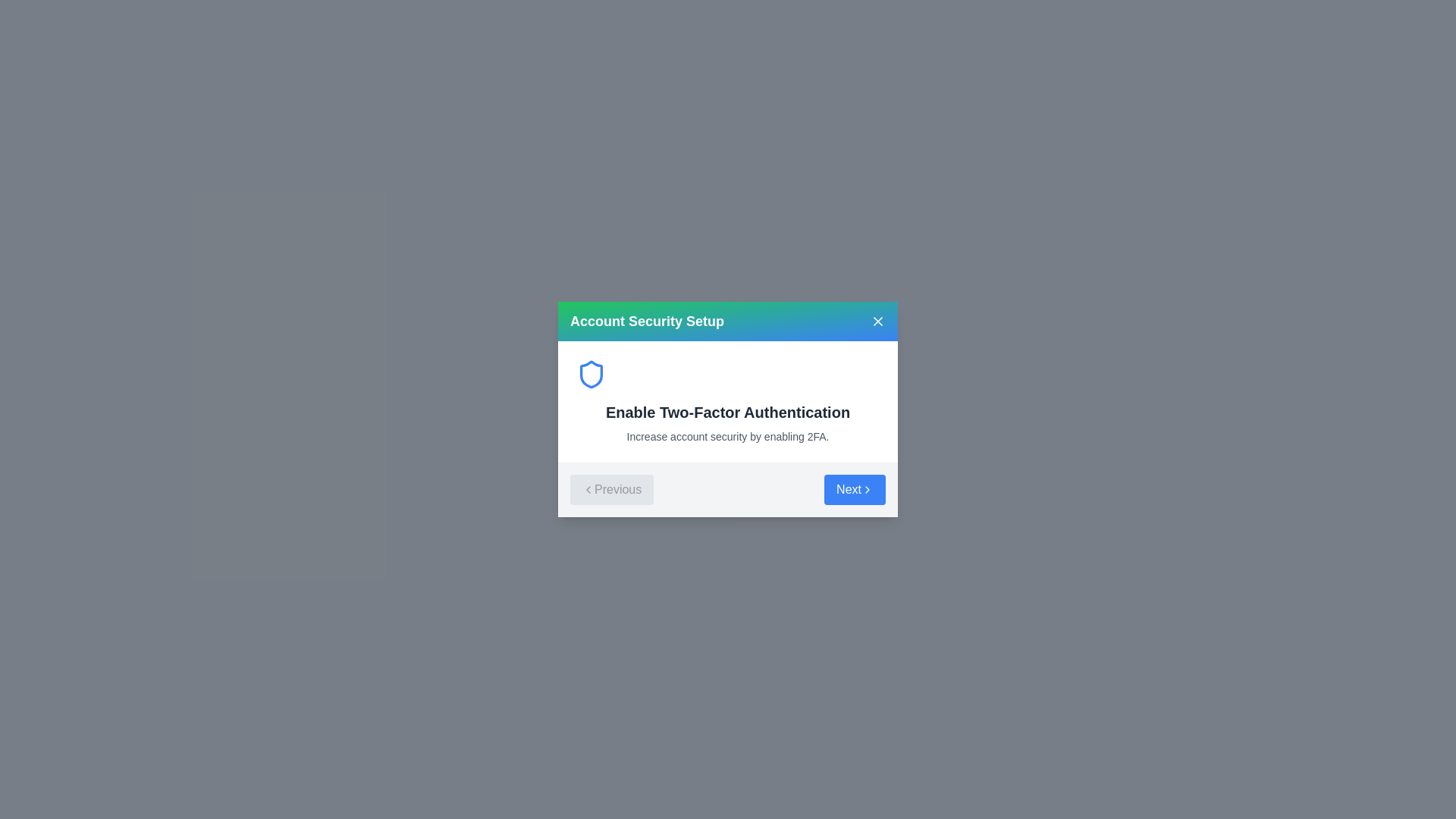 Image resolution: width=1456 pixels, height=819 pixels. I want to click on the chevron-left SVG icon located within the 'Previous' button, so click(588, 489).